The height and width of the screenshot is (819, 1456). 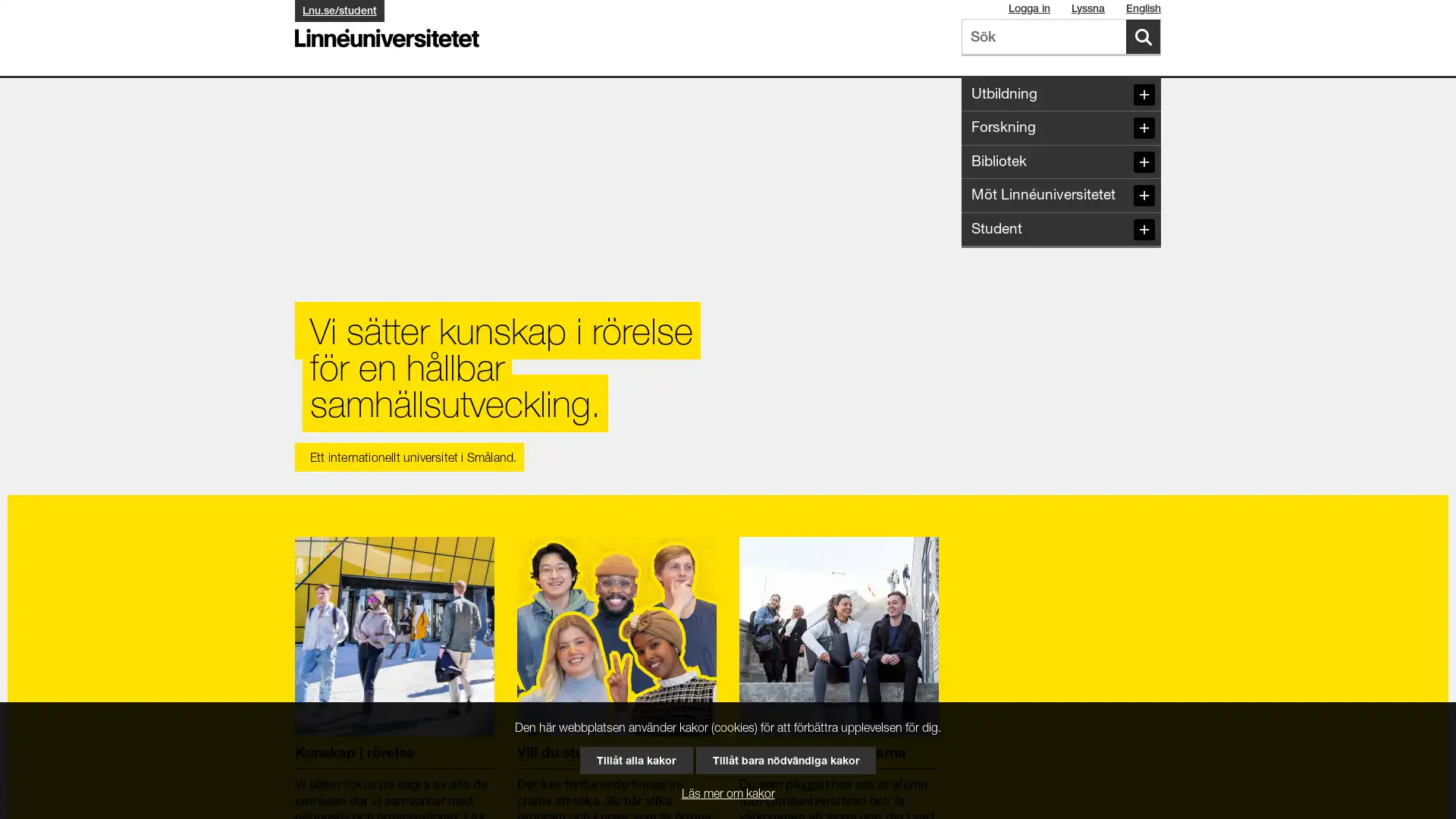 What do you see at coordinates (635, 760) in the screenshot?
I see `Tillat alla kakor` at bounding box center [635, 760].